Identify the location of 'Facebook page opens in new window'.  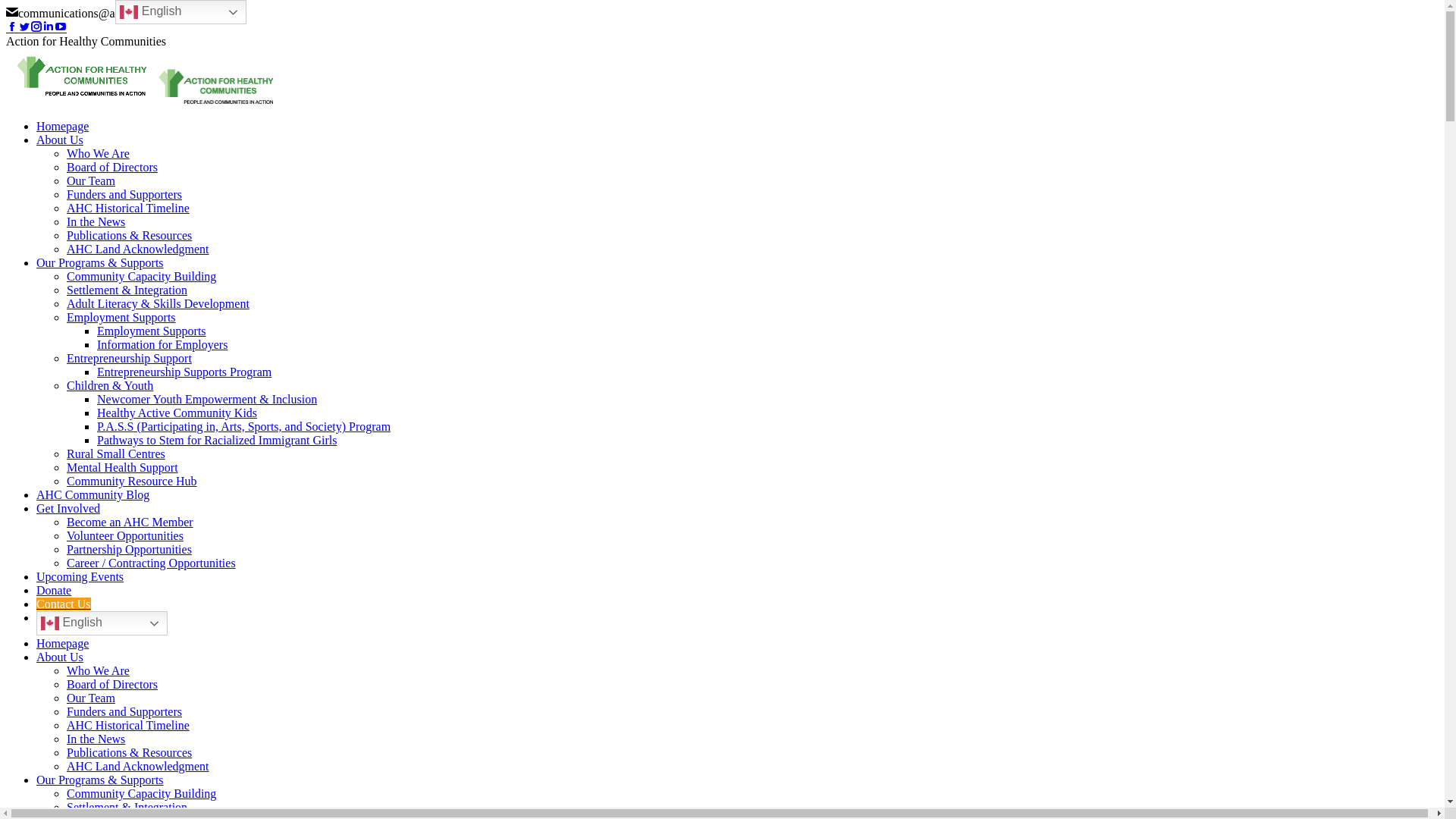
(11, 27).